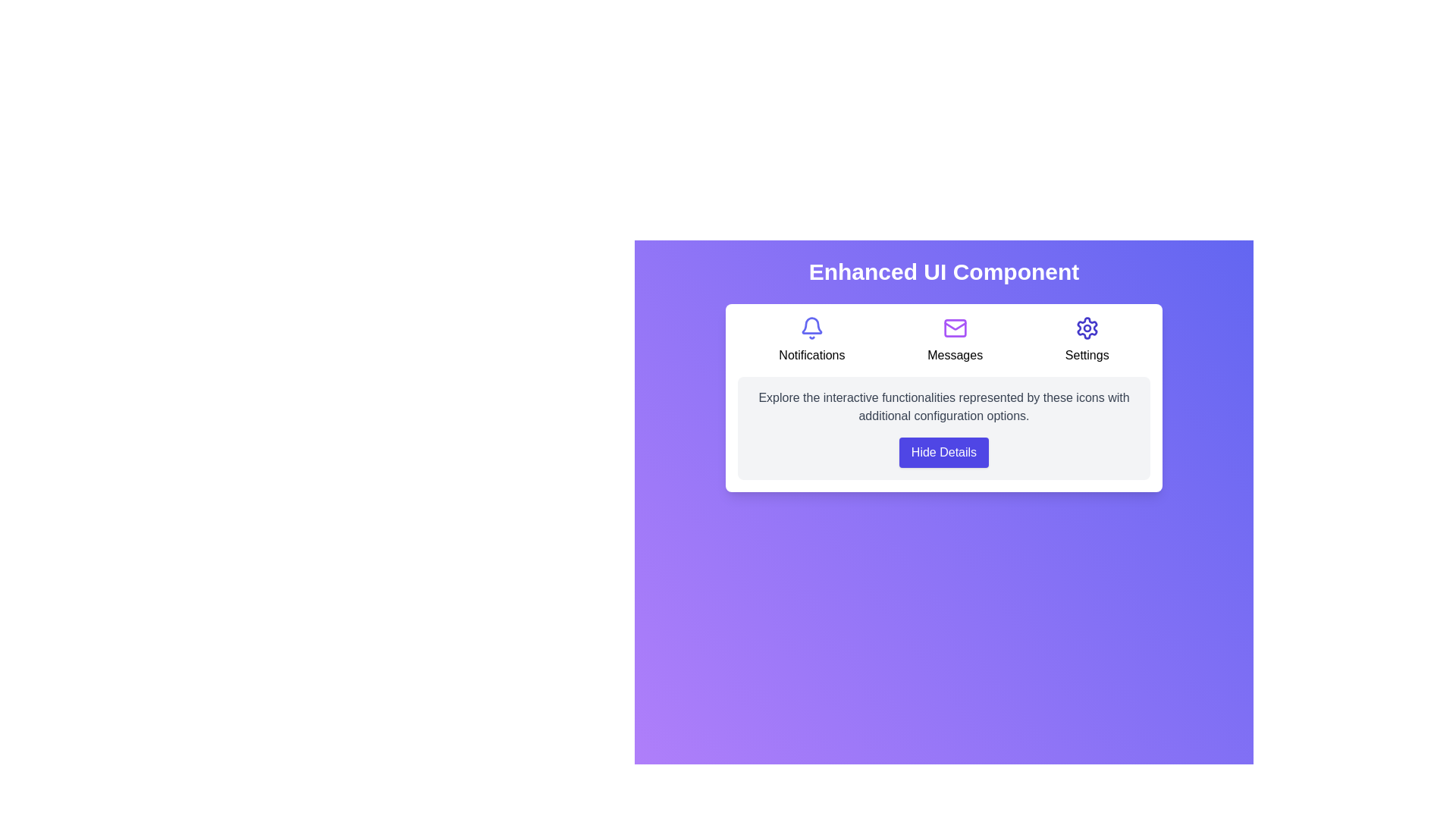 This screenshot has width=1456, height=819. What do you see at coordinates (811, 327) in the screenshot?
I see `the notifications icon located in the top-left corner of the group of icons, which includes 'Messages' and 'Settings', directly above the text 'Notifications'` at bounding box center [811, 327].